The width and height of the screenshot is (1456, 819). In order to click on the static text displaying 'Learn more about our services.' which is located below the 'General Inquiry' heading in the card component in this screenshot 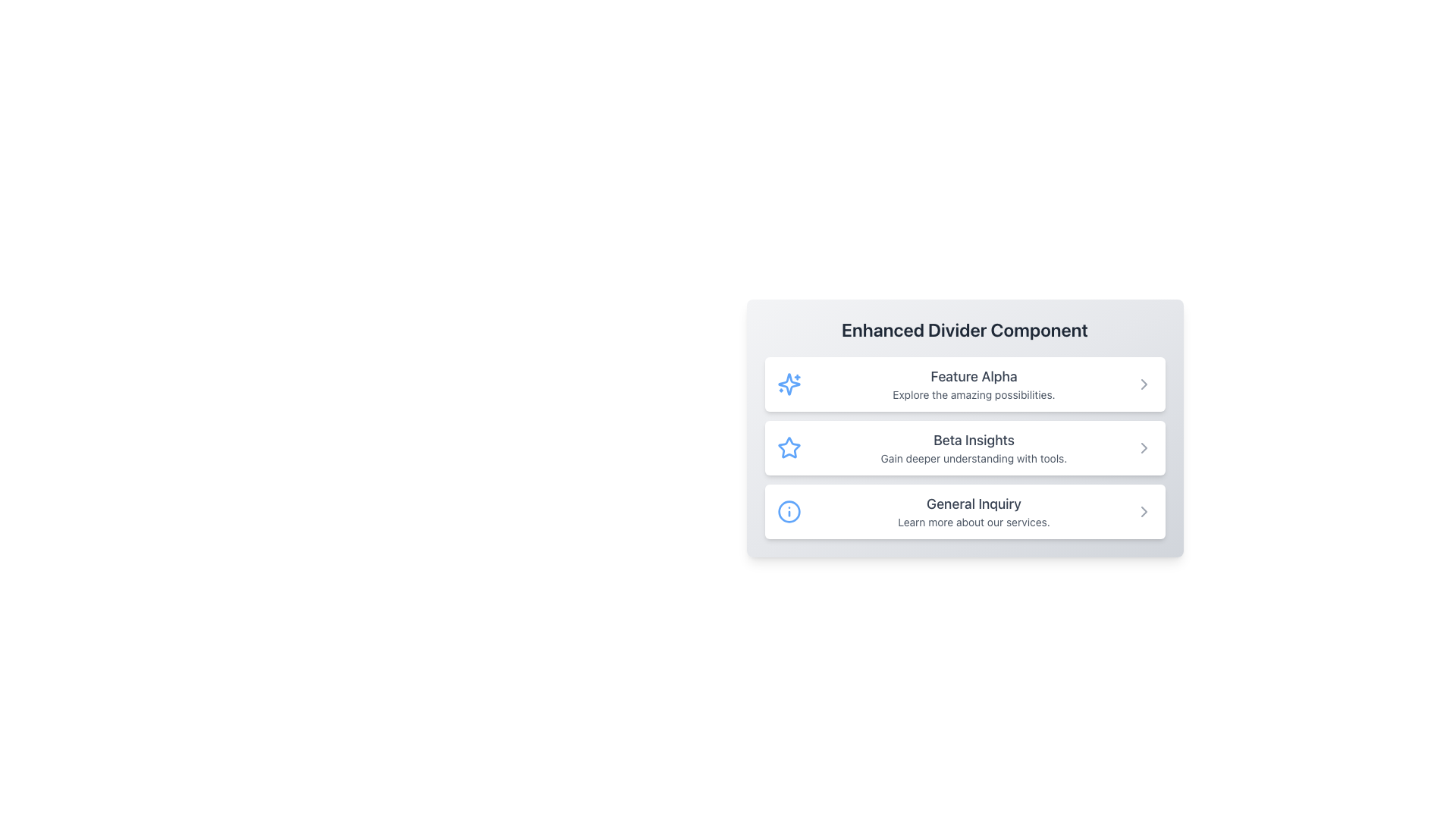, I will do `click(974, 522)`.